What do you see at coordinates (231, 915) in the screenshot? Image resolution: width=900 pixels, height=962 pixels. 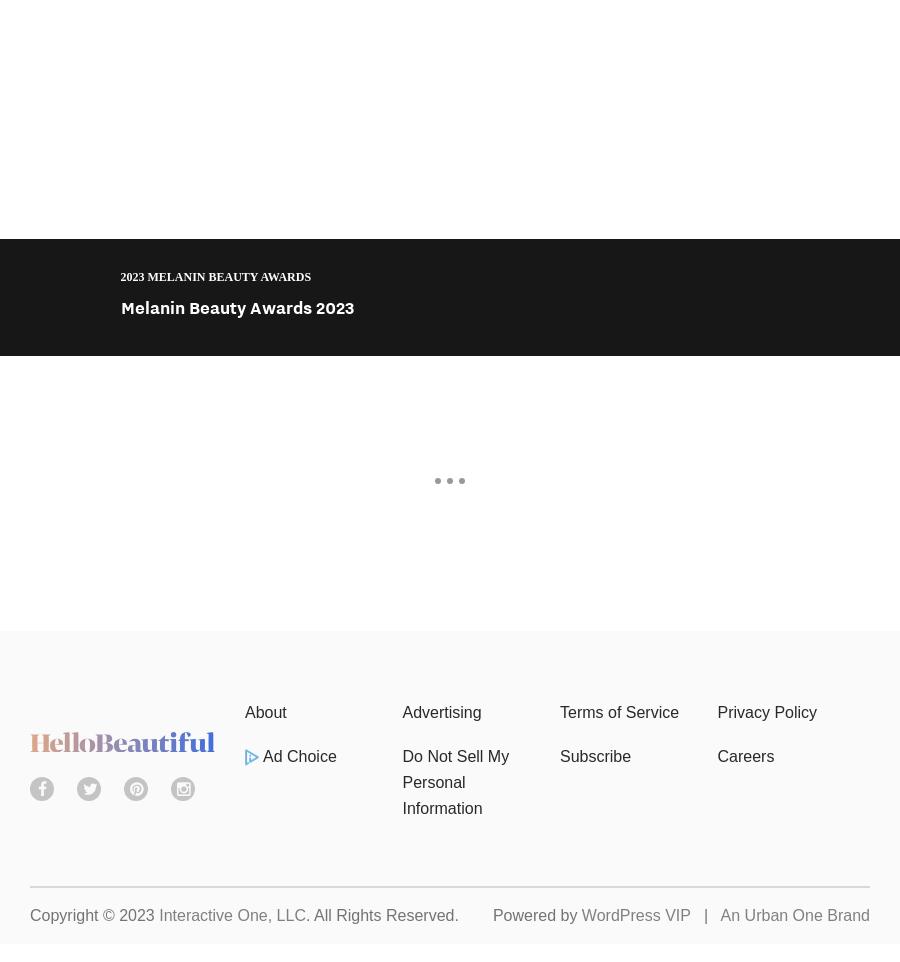 I see `'Interactive One, LLC'` at bounding box center [231, 915].